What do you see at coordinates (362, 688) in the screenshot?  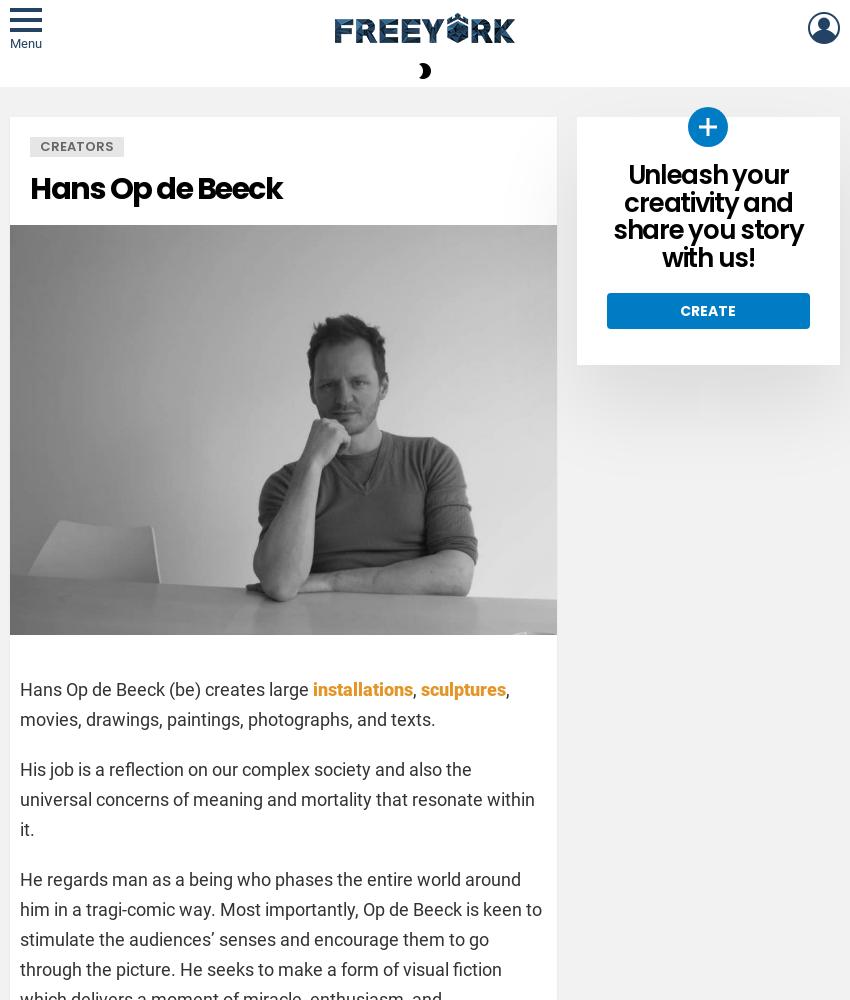 I see `'installations'` at bounding box center [362, 688].